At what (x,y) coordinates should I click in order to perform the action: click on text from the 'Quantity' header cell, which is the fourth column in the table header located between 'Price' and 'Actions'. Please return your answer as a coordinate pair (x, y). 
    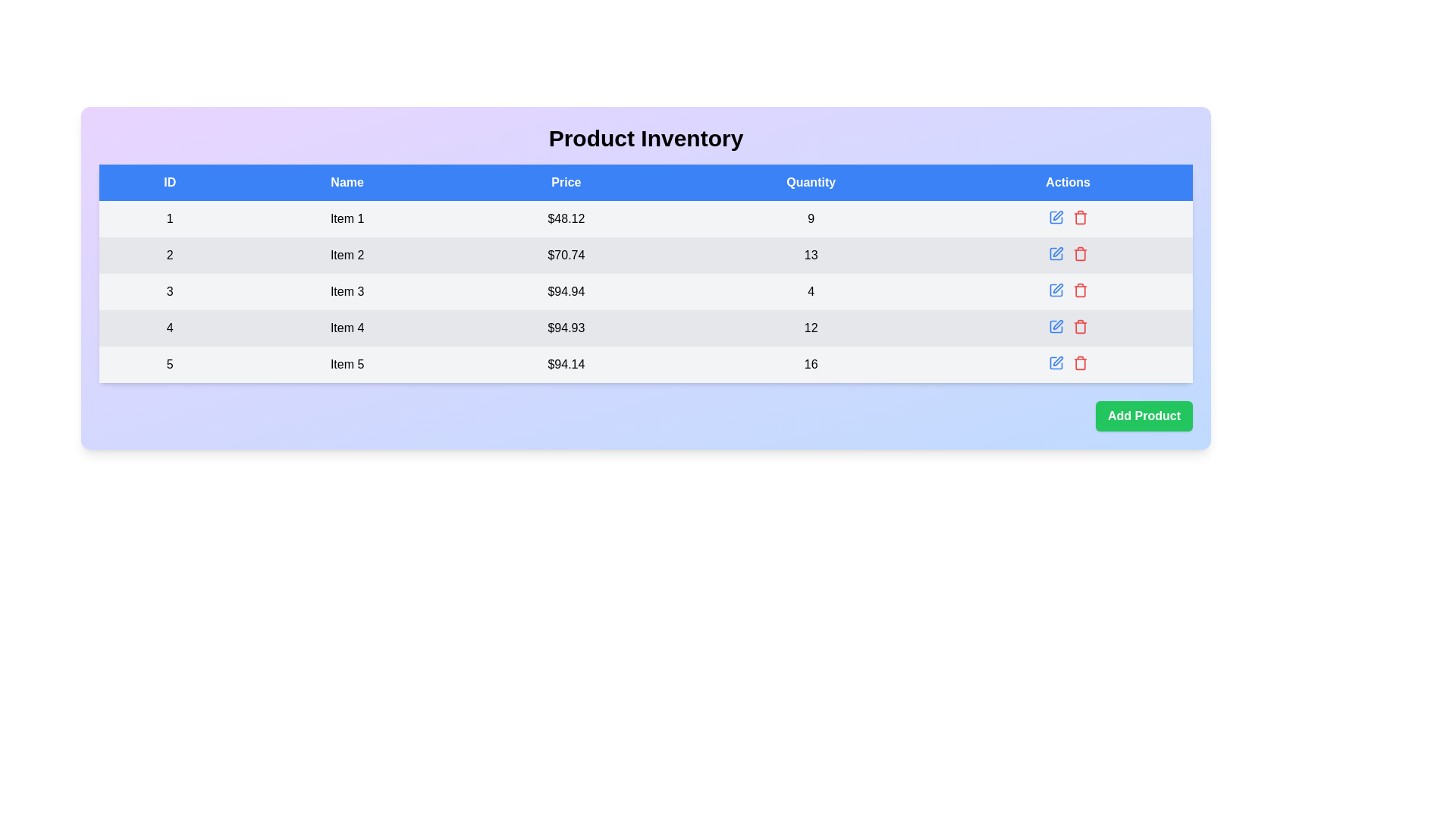
    Looking at the image, I should click on (810, 181).